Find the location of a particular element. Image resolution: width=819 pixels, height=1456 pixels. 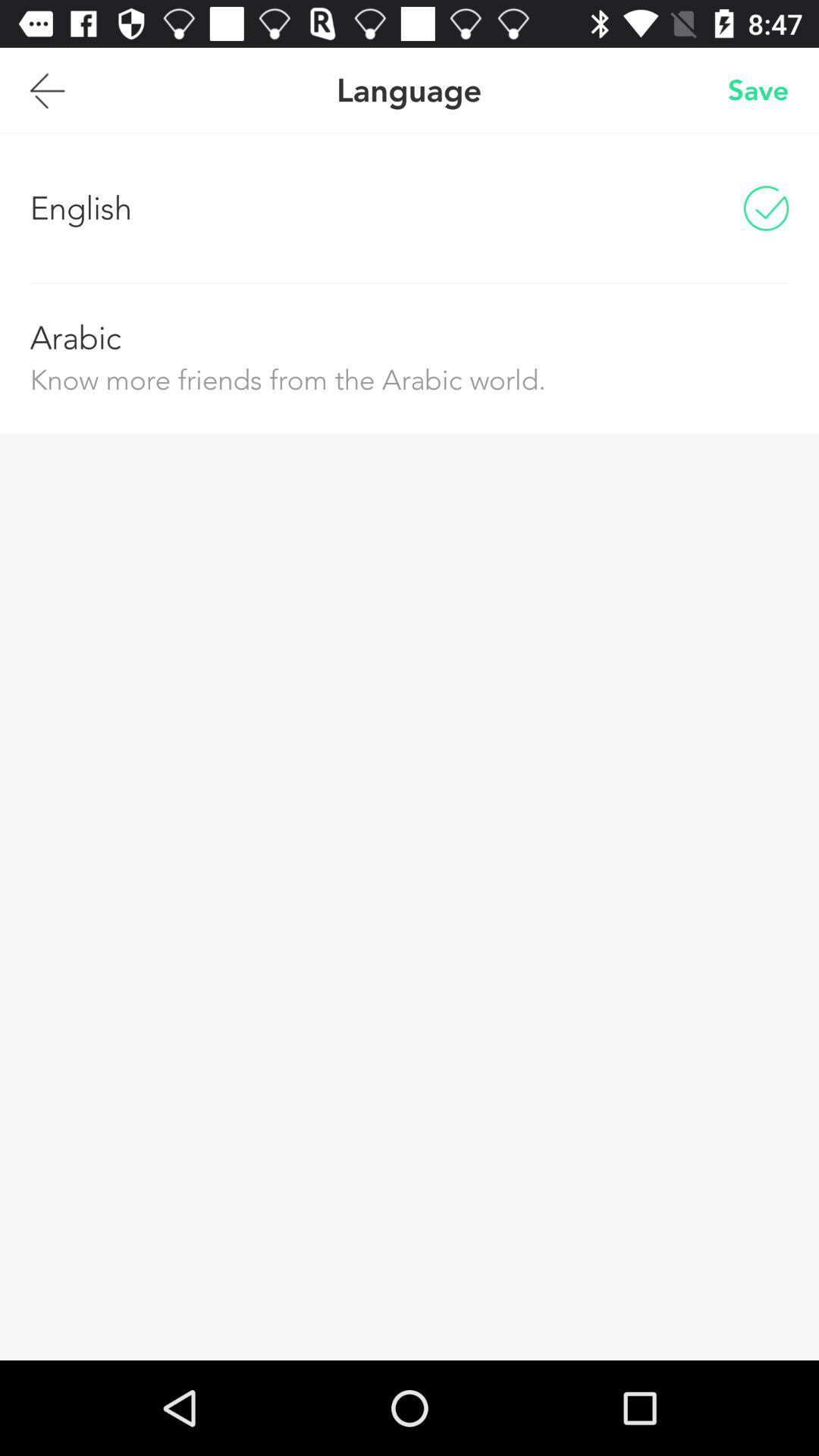

icon next to the language item is located at coordinates (46, 89).